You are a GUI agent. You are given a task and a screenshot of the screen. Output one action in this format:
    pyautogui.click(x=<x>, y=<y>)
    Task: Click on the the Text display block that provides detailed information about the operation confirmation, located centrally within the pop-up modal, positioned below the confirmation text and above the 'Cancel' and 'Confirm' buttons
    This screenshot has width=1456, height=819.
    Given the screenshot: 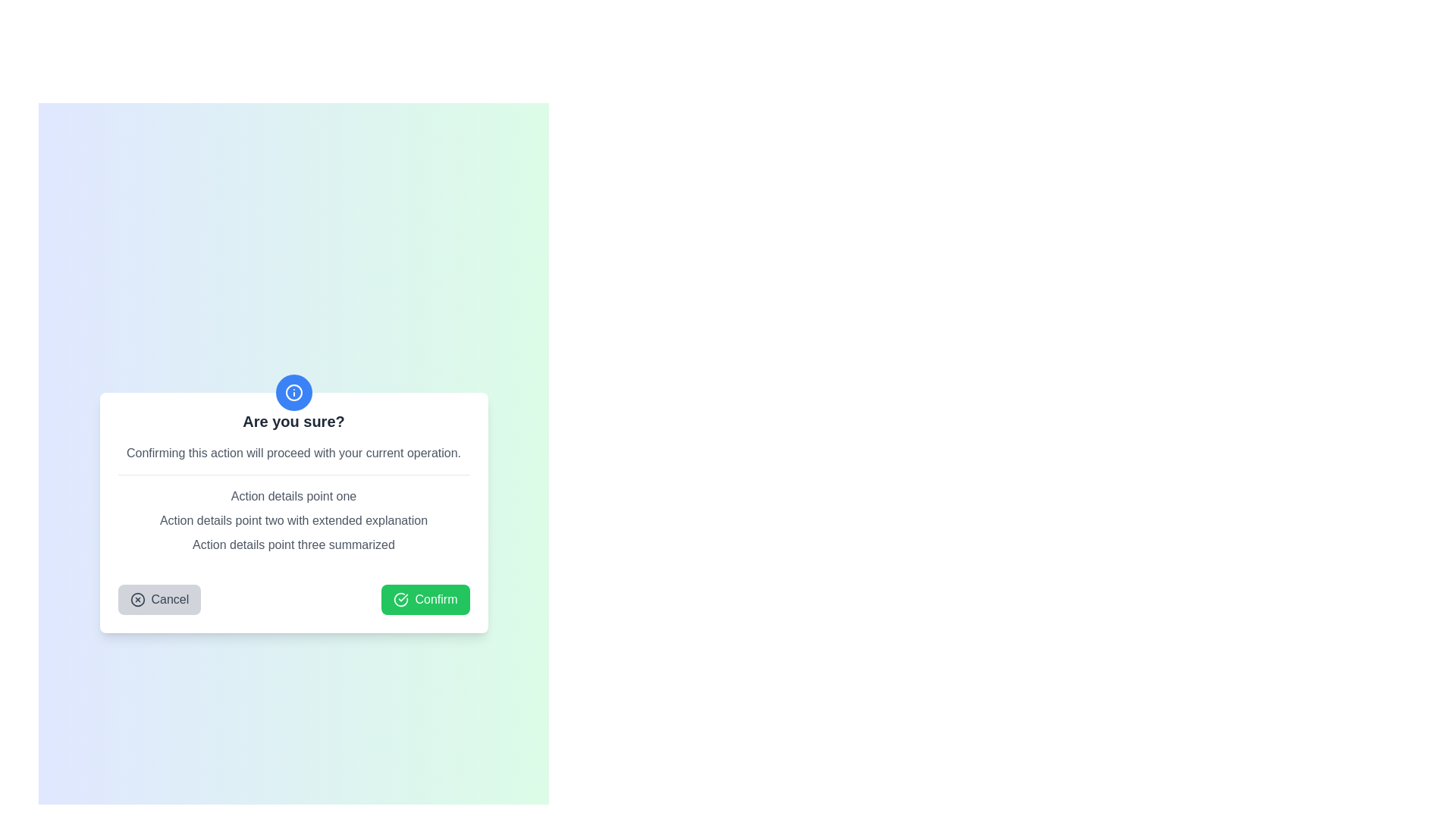 What is the action you would take?
    pyautogui.click(x=293, y=519)
    